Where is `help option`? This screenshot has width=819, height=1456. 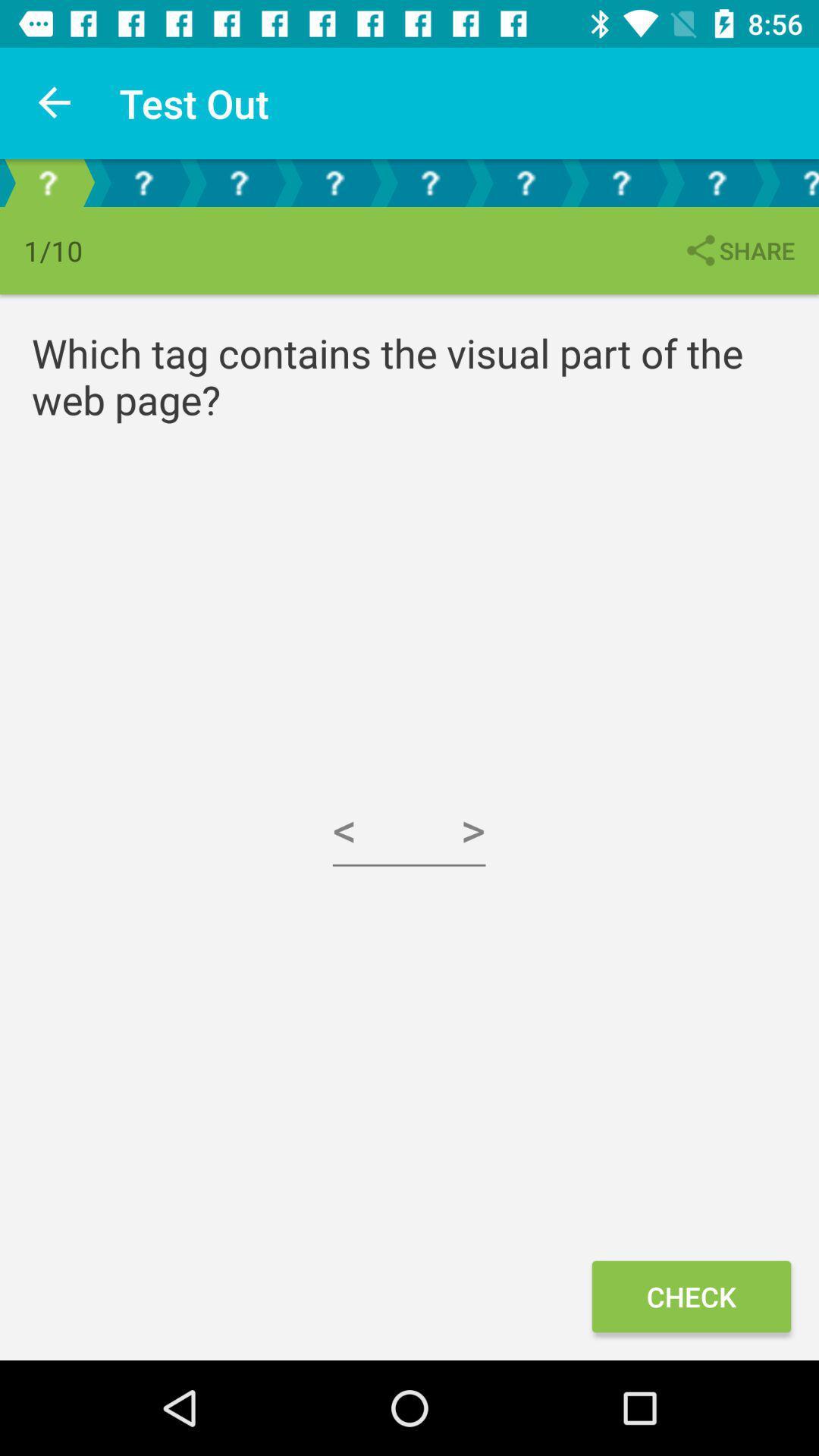 help option is located at coordinates (143, 182).